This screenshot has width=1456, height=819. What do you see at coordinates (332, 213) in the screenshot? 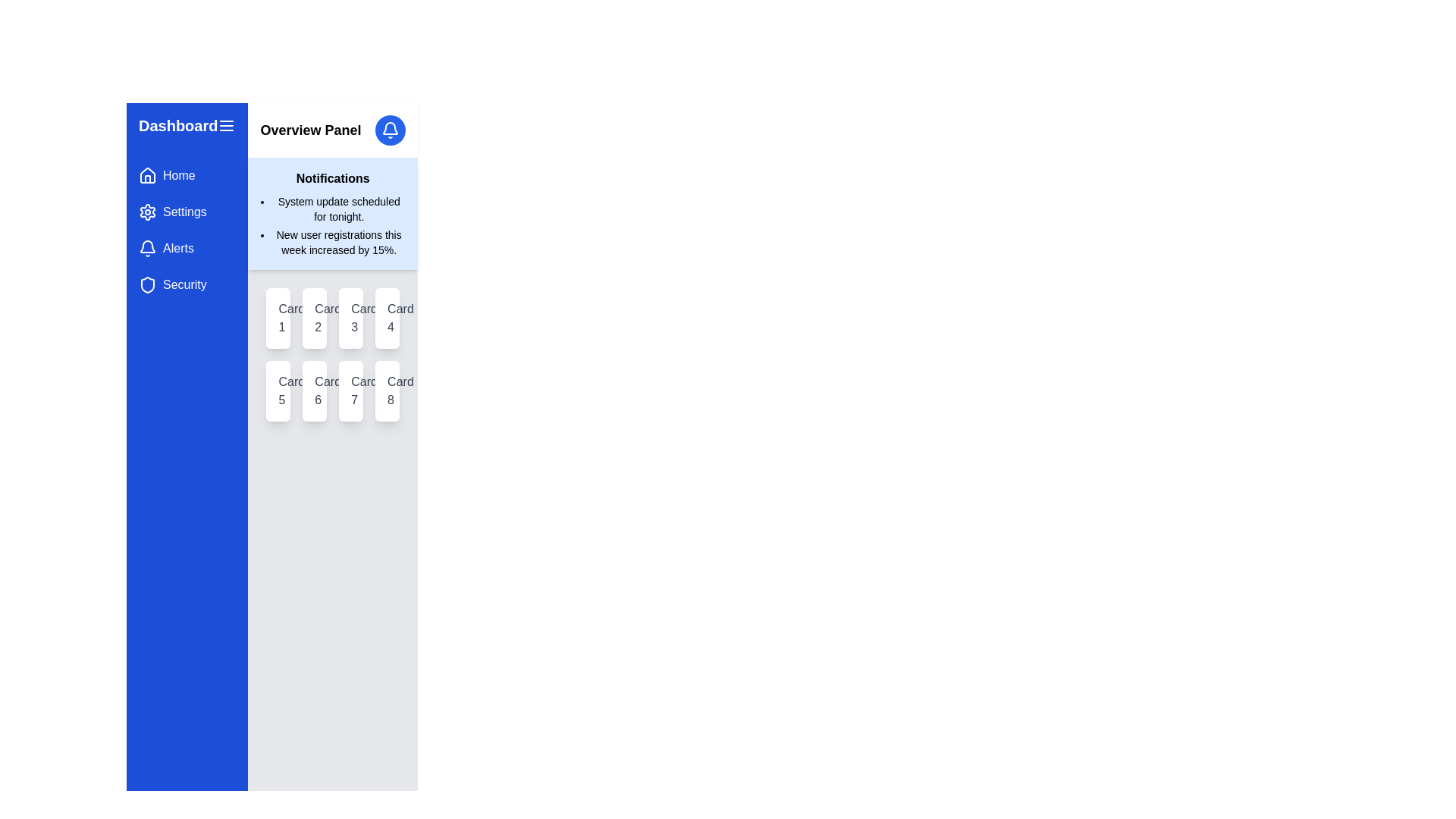
I see `notifications displayed on the Informational card located in the Overview Panel, positioned below the panel's header and a bell icon` at bounding box center [332, 213].